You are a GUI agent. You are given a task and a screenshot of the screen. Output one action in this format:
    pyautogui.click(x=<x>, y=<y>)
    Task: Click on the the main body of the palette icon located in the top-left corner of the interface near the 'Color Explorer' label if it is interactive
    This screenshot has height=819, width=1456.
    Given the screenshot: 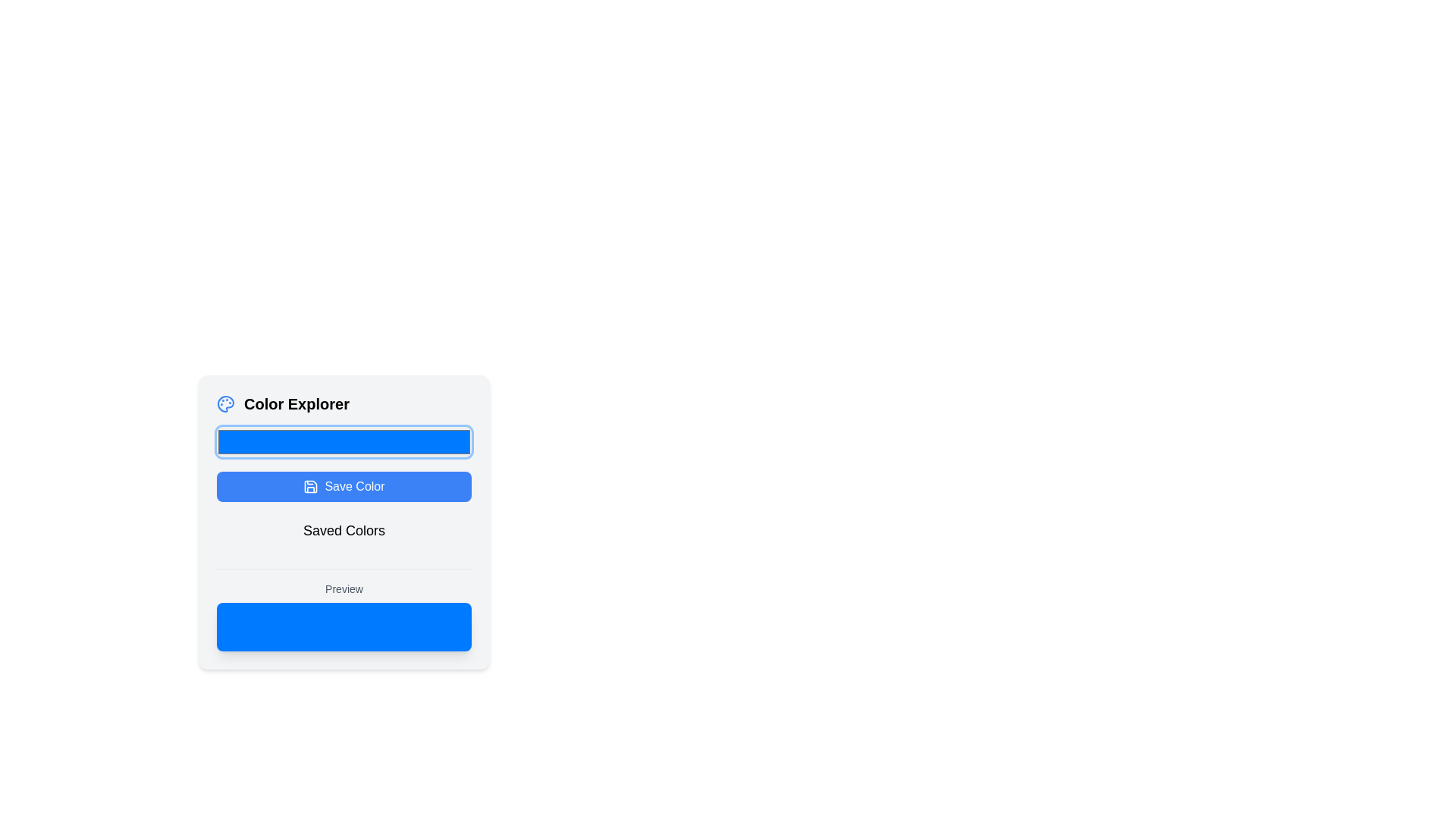 What is the action you would take?
    pyautogui.click(x=224, y=403)
    